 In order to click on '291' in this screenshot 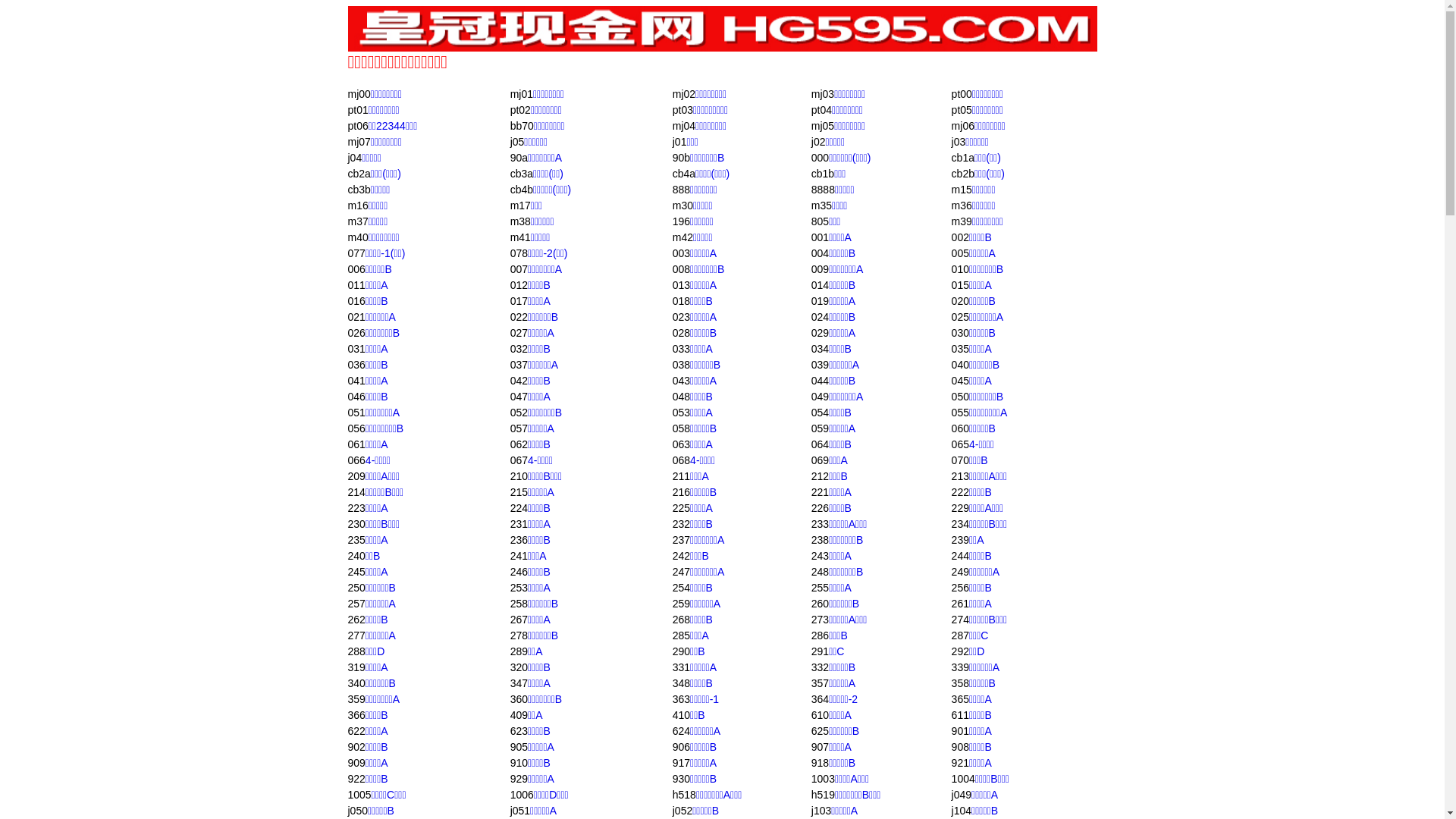, I will do `click(819, 651)`.